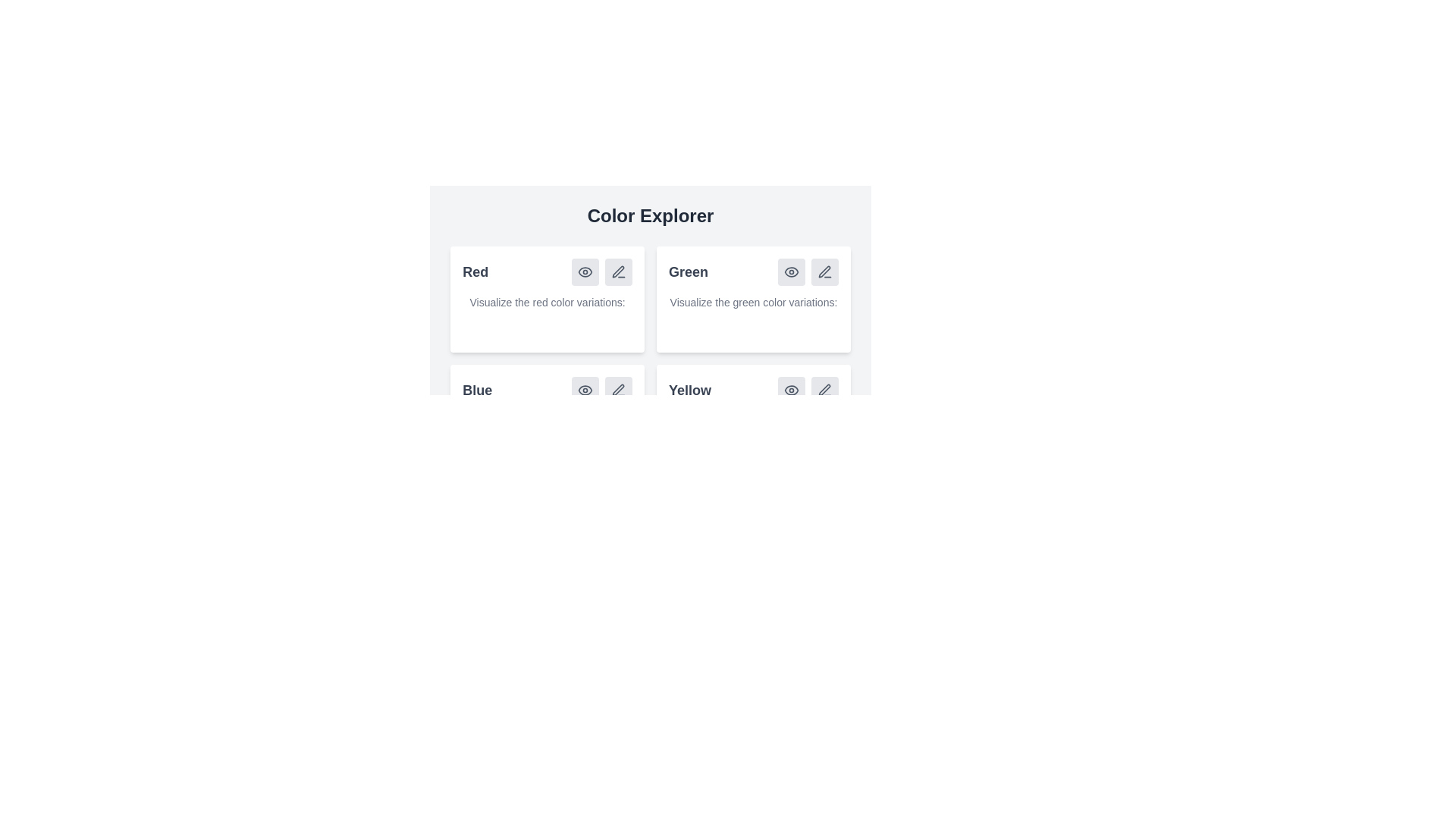 This screenshot has width=1456, height=819. What do you see at coordinates (824, 271) in the screenshot?
I see `the second button in the horizontal row of controls associated with the 'Green' color panel` at bounding box center [824, 271].